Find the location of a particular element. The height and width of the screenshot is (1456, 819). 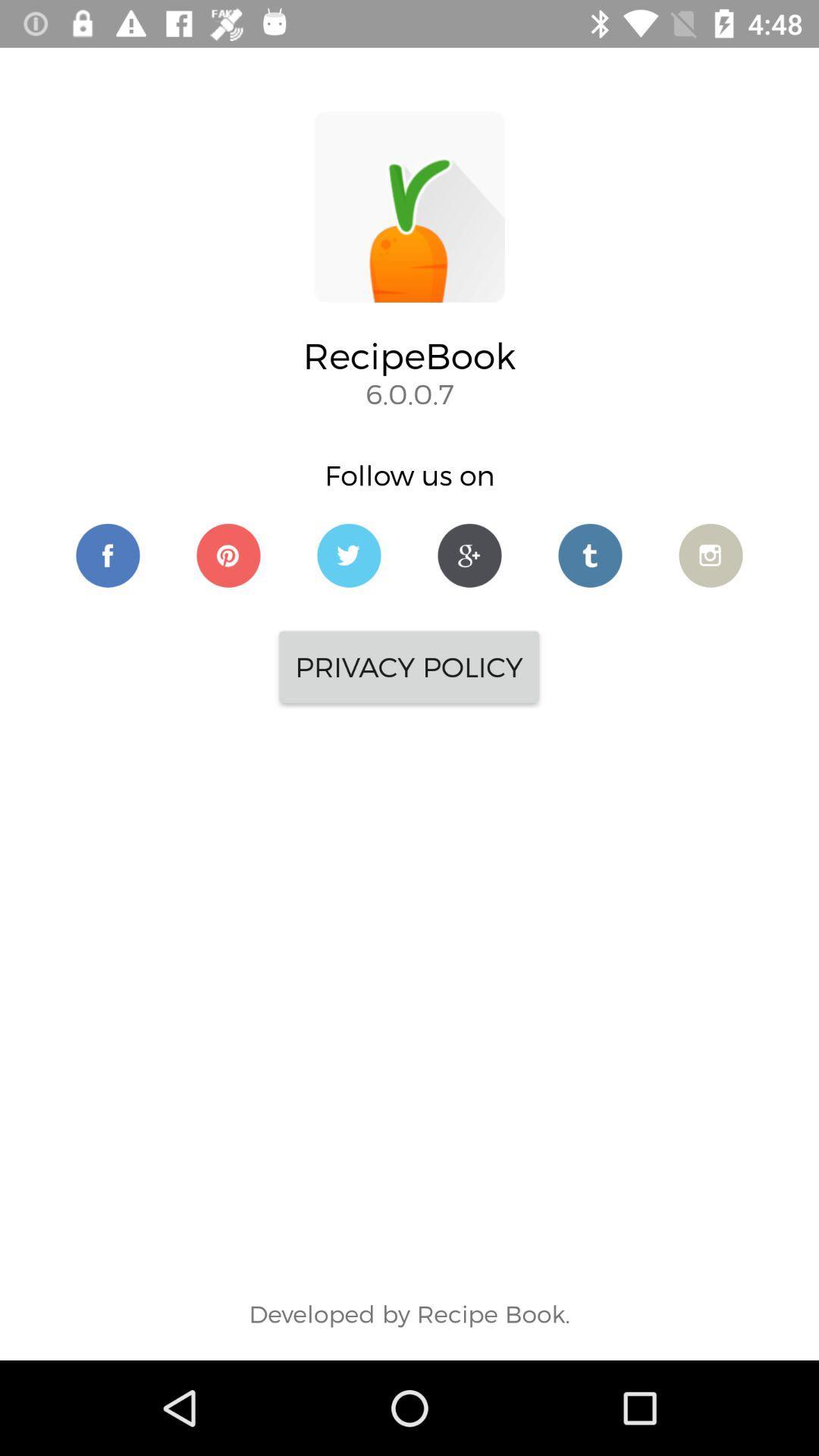

share to twitter is located at coordinates (349, 554).